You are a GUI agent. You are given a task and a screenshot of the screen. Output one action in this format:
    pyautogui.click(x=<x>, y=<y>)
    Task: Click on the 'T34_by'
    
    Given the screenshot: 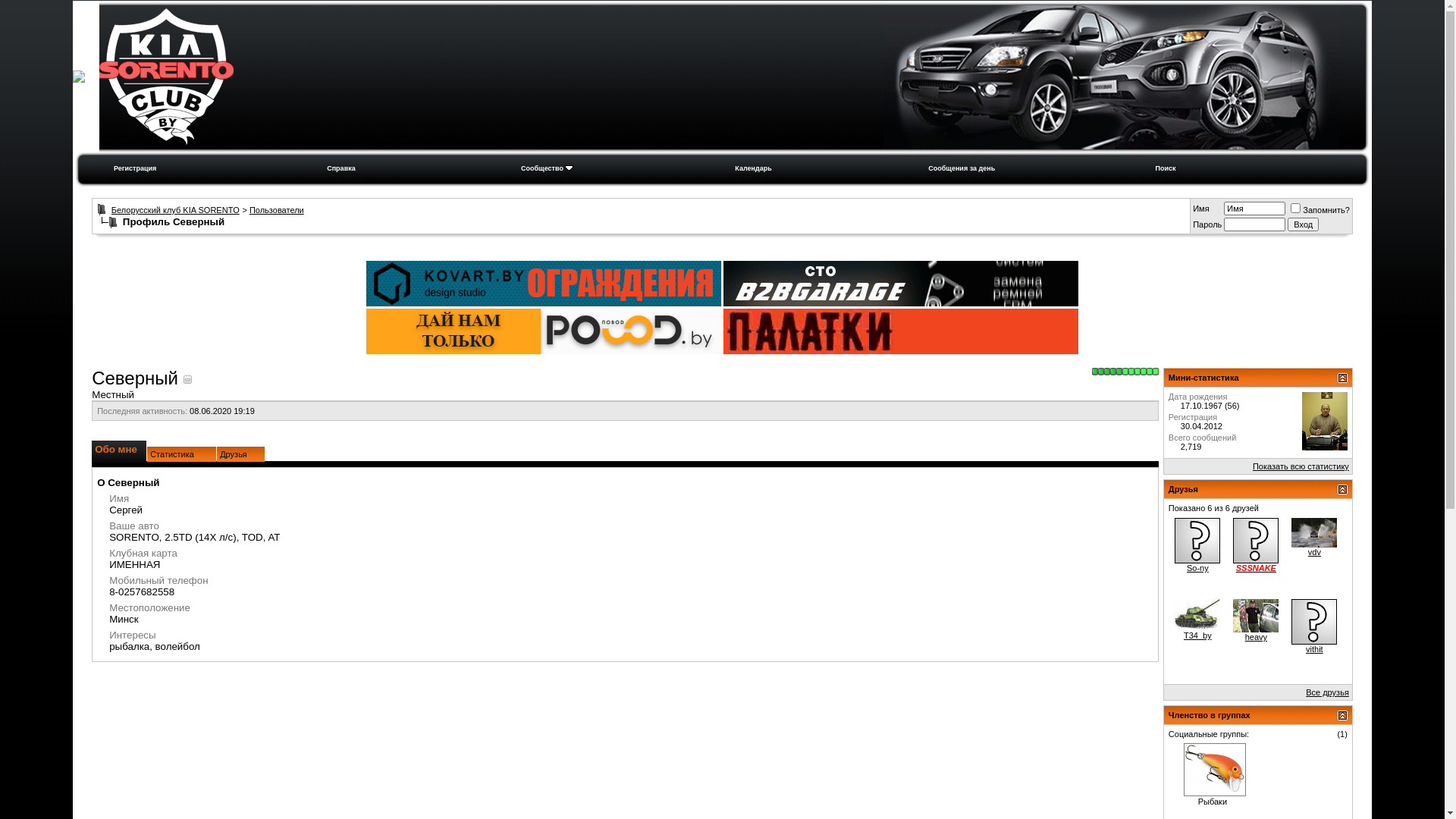 What is the action you would take?
    pyautogui.click(x=1197, y=635)
    